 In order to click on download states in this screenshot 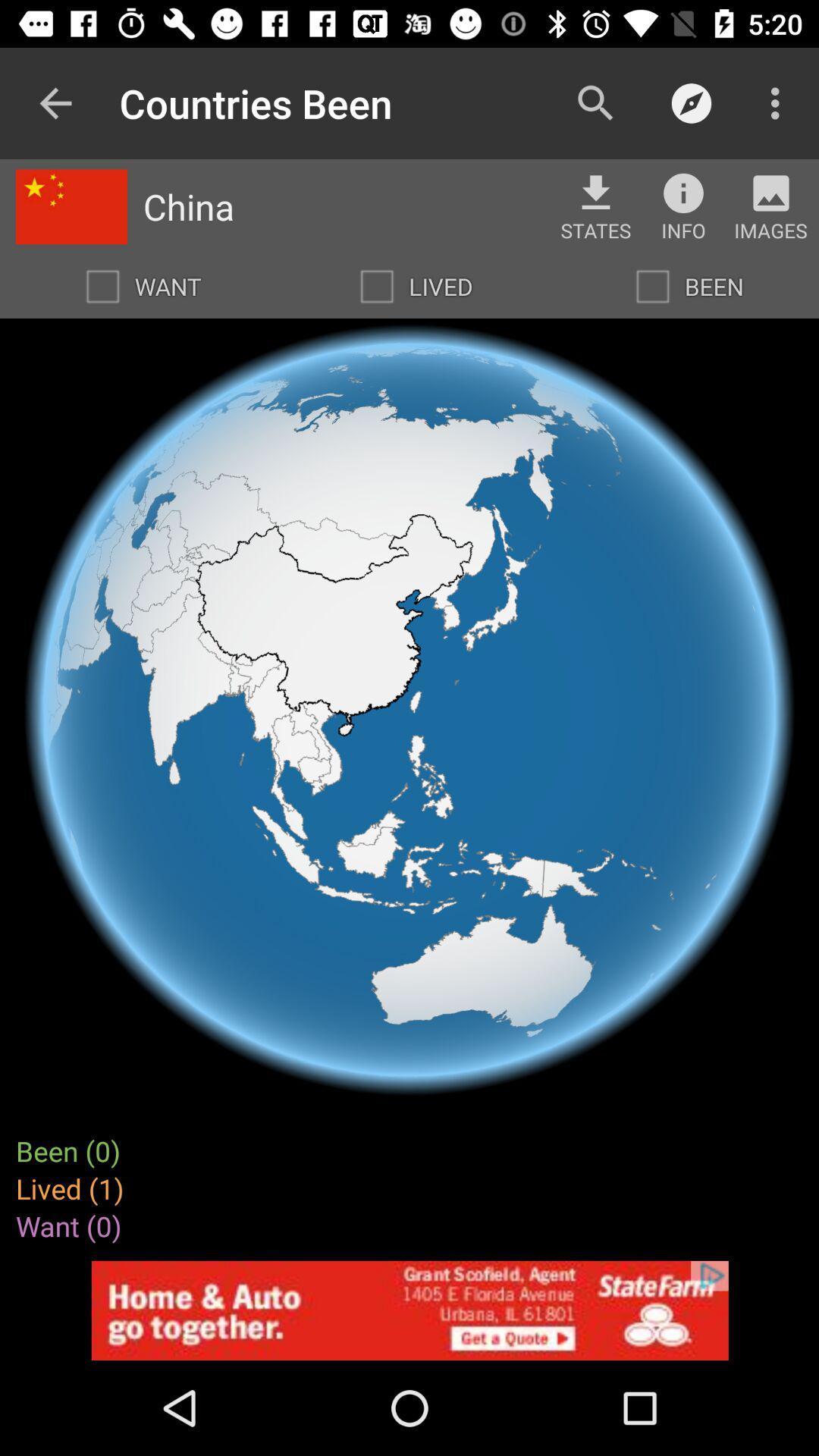, I will do `click(595, 192)`.